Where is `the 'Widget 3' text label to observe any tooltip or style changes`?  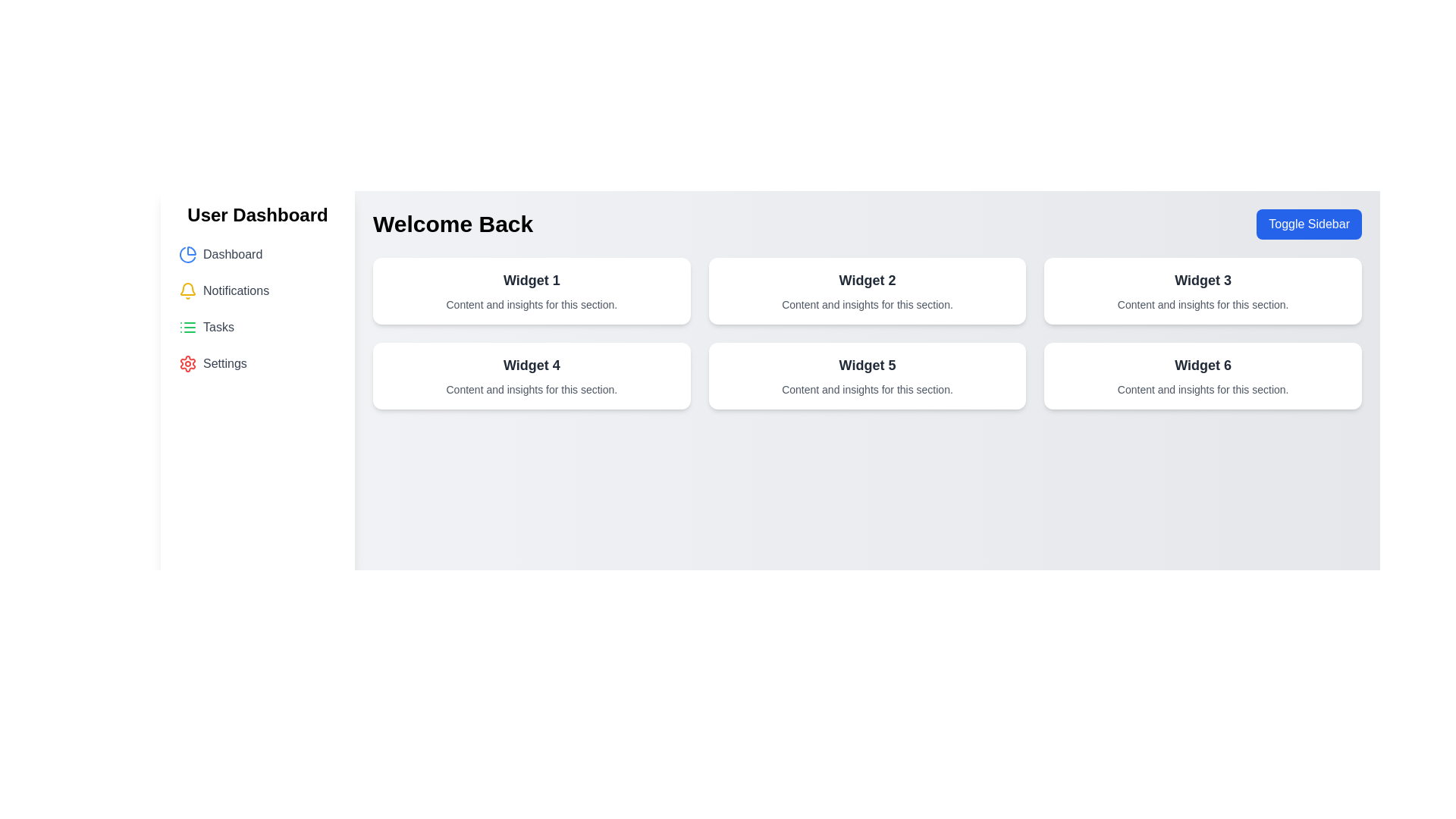
the 'Widget 3' text label to observe any tooltip or style changes is located at coordinates (1202, 281).